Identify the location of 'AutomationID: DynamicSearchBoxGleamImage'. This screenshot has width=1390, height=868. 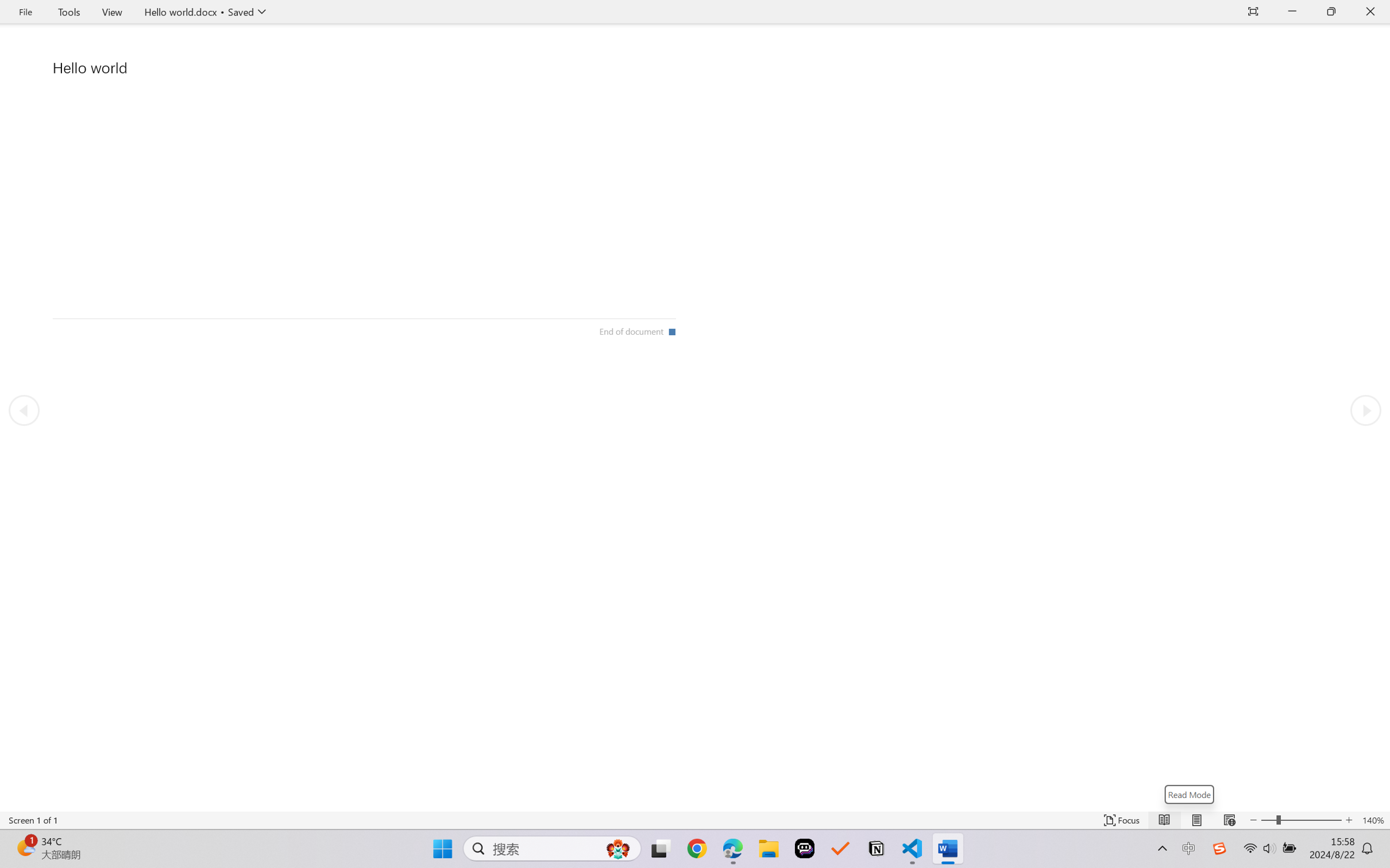
(618, 848).